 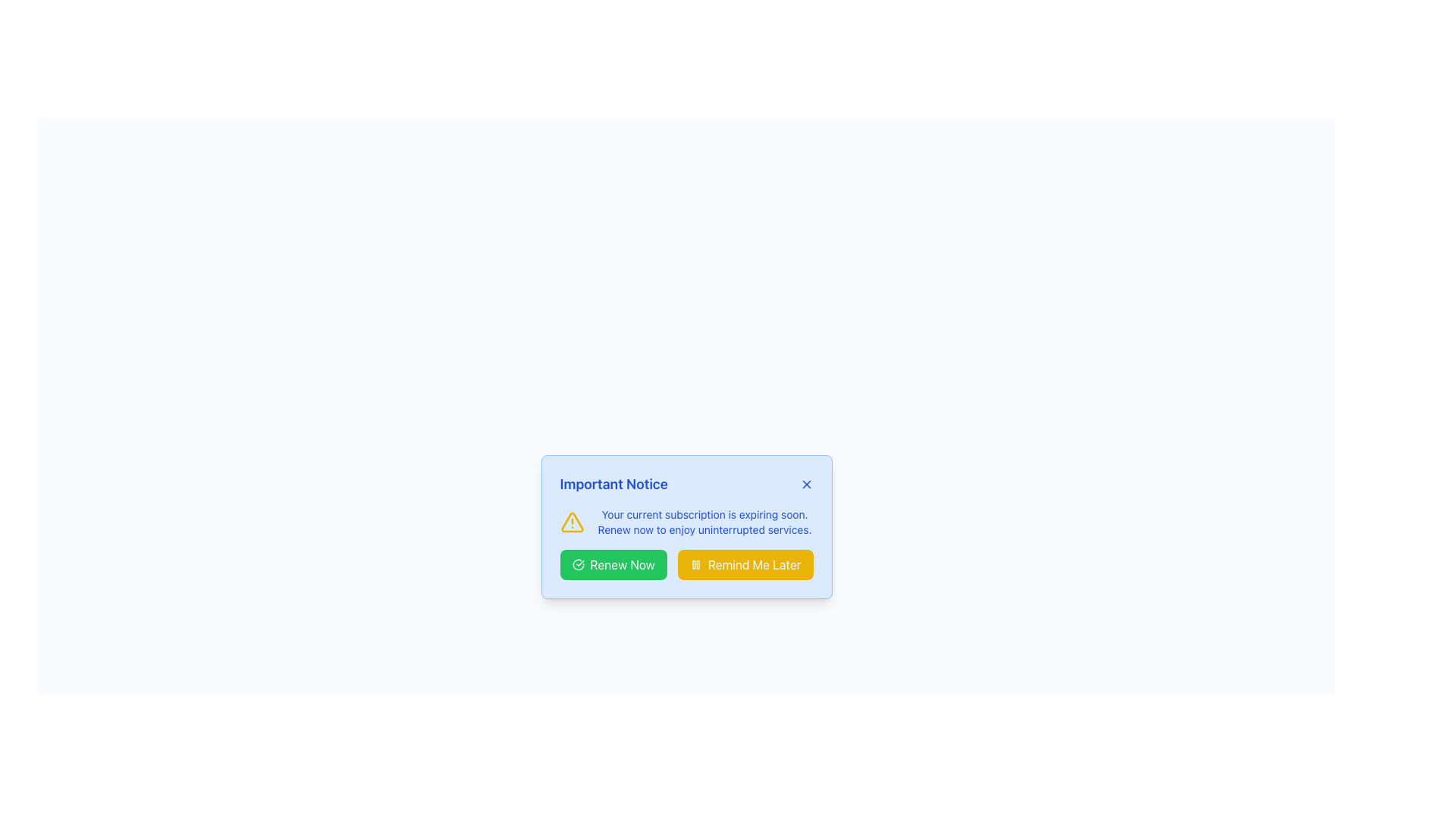 I want to click on informational notification about the expiring subscription, located below the 'Important Notice' title and above the buttons 'Renew Now' and 'Remind Me Later', so click(x=686, y=522).